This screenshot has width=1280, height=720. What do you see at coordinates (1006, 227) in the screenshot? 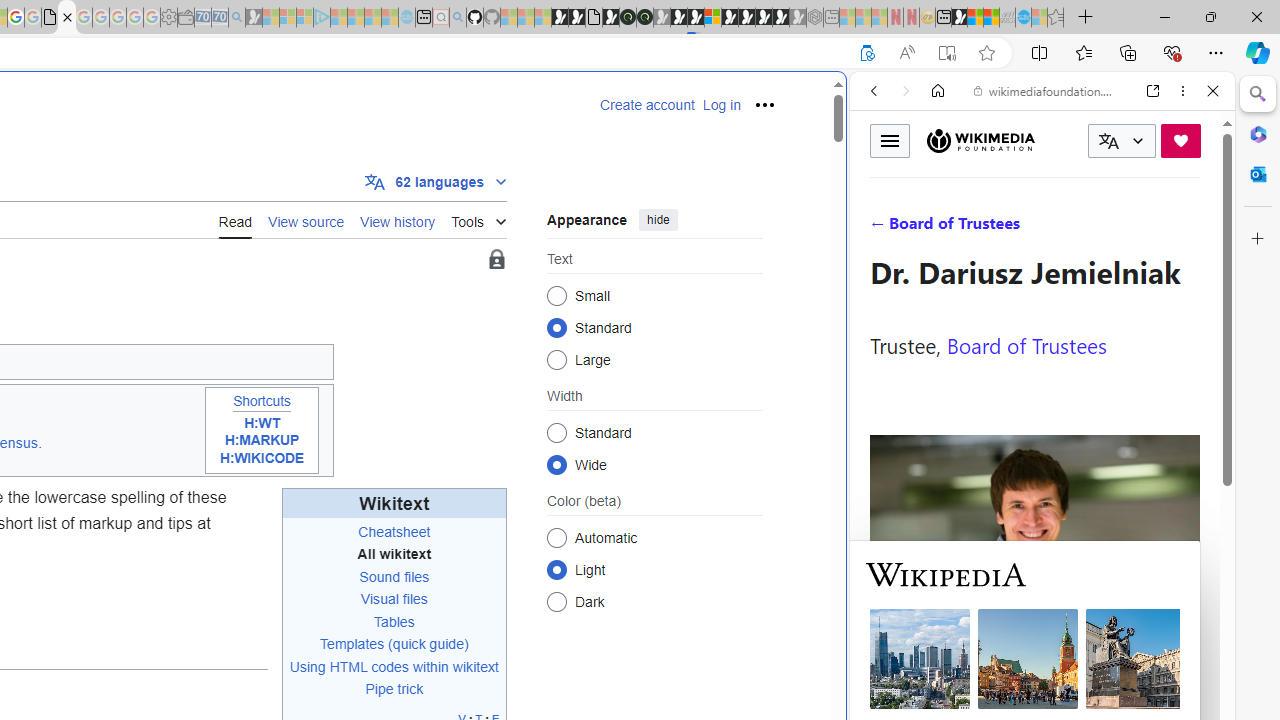
I see `'VIDEOS'` at bounding box center [1006, 227].